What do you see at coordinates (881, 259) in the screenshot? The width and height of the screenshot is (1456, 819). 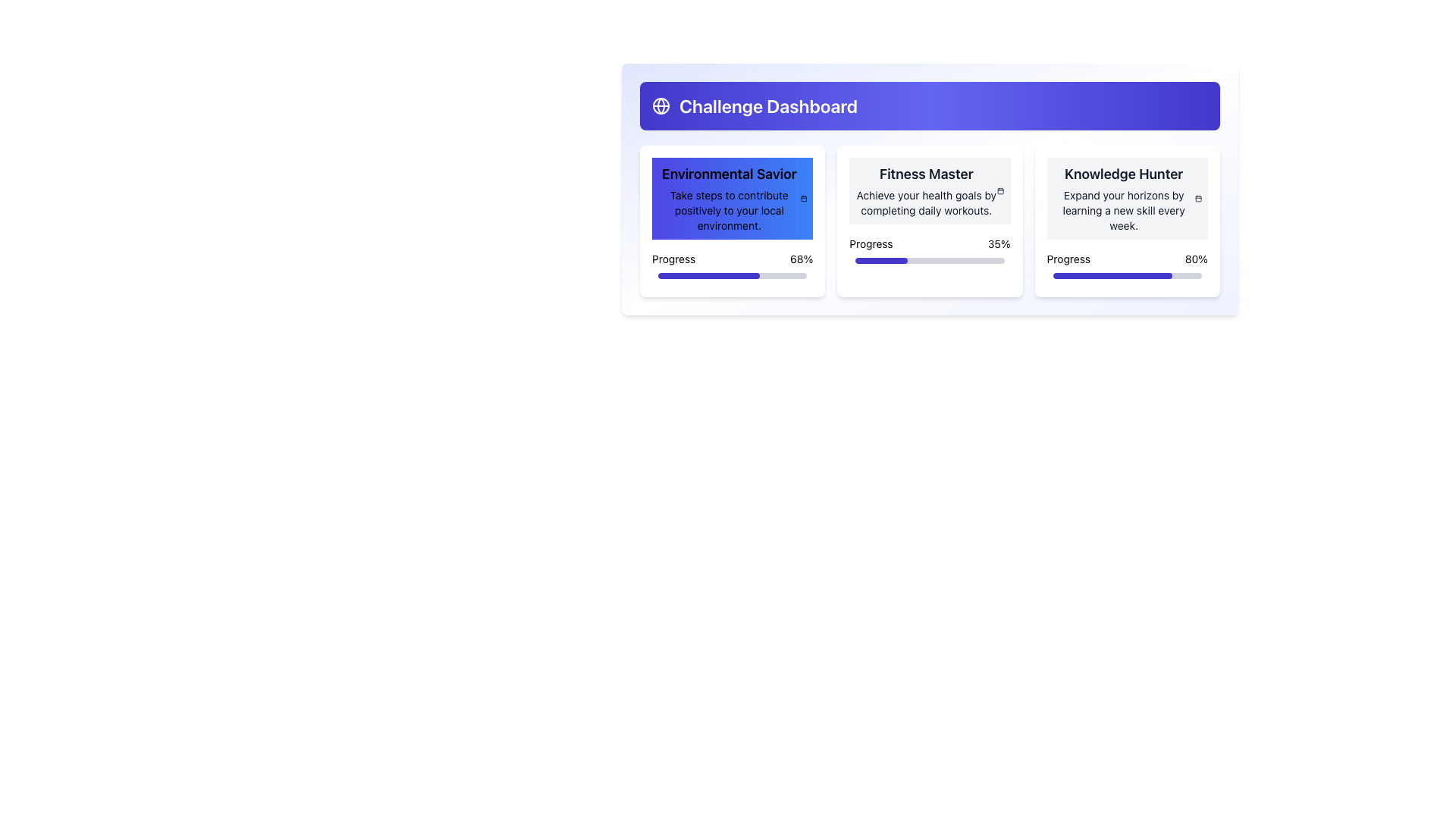 I see `the indigo-colored progress bar segment representing 35% progress within the 'Fitness Master' card` at bounding box center [881, 259].